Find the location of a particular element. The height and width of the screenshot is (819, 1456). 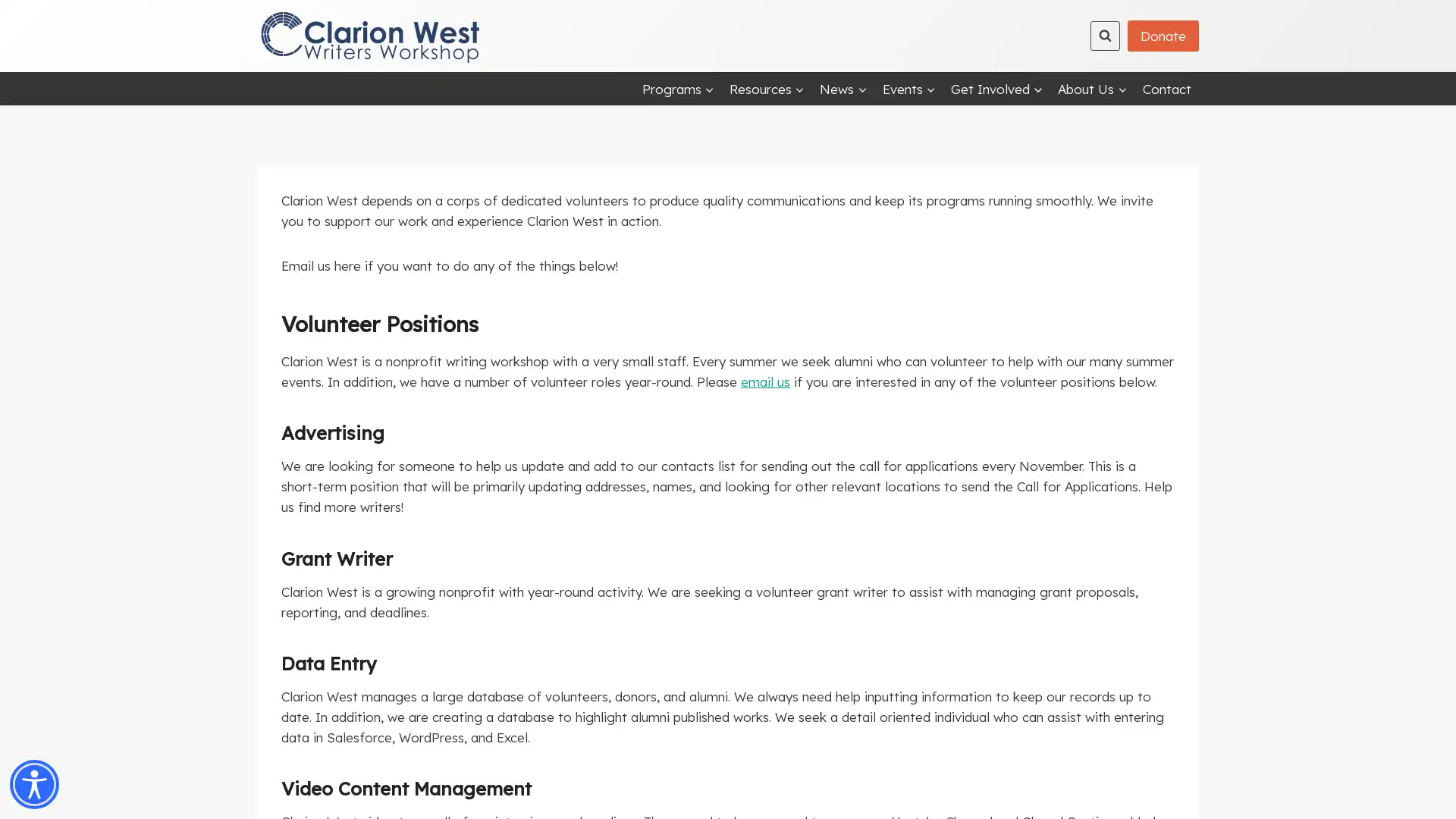

Expand child menu is located at coordinates (843, 88).